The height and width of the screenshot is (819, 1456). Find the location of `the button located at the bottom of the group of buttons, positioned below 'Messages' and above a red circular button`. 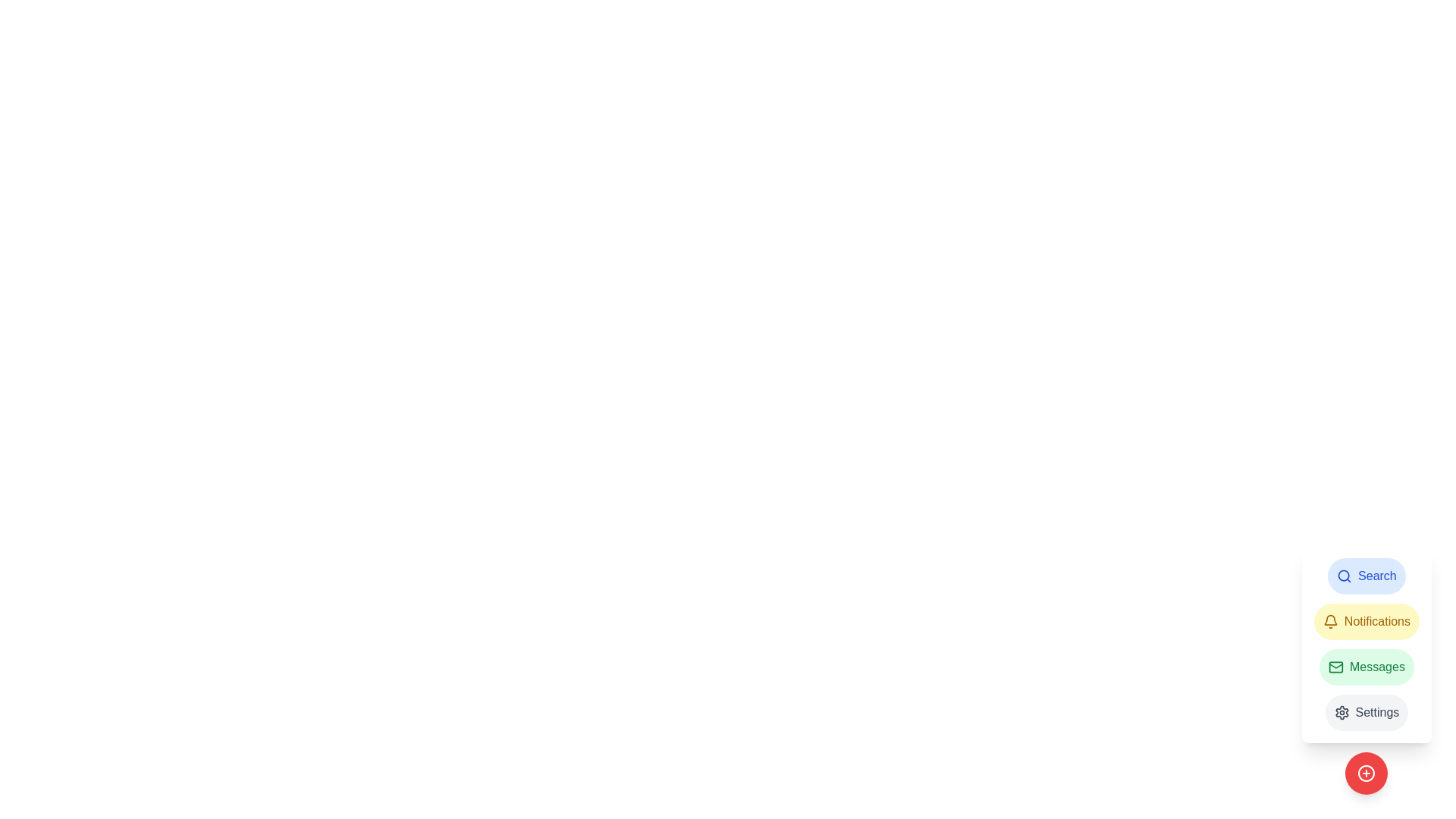

the button located at the bottom of the group of buttons, positioned below 'Messages' and above a red circular button is located at coordinates (1367, 713).